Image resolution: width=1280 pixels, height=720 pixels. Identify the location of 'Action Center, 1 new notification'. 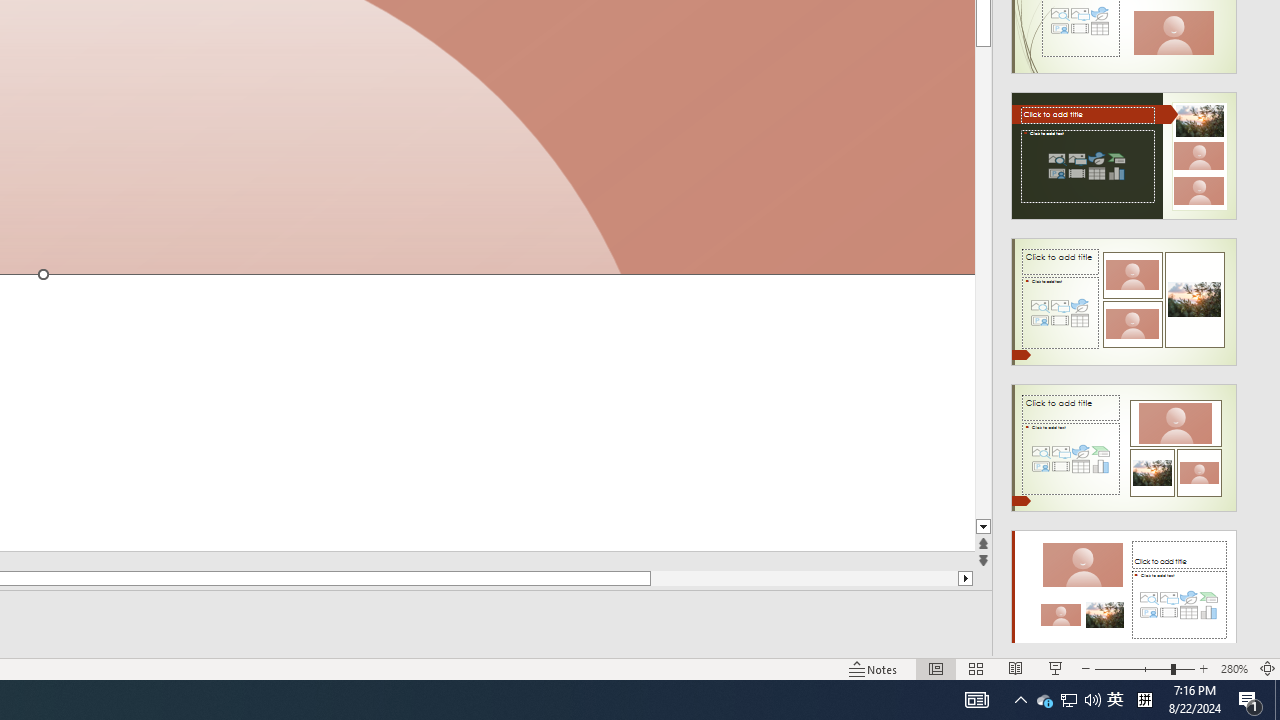
(1250, 698).